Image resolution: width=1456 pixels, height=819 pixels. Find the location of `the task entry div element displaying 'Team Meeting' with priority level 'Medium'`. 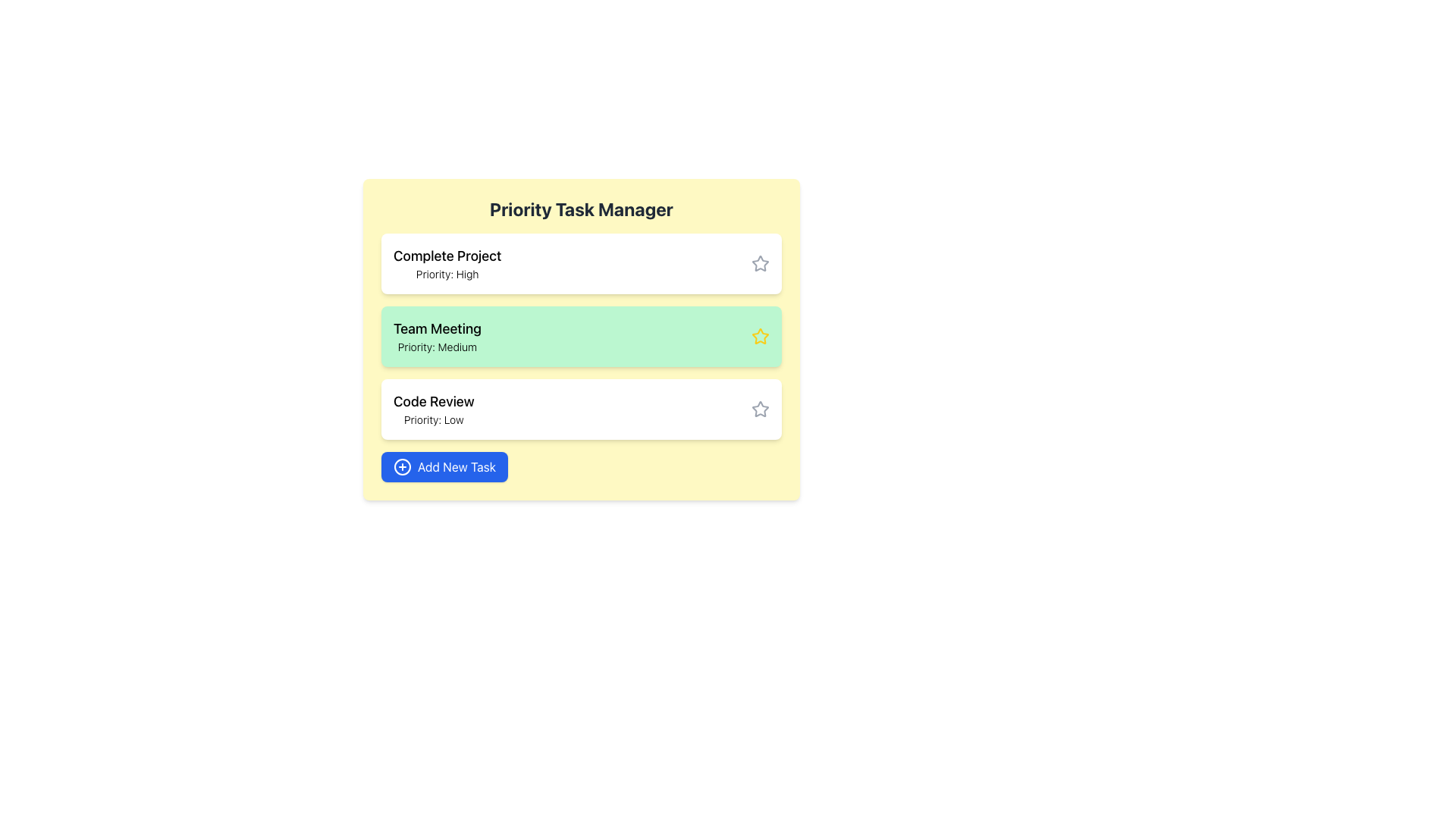

the task entry div element displaying 'Team Meeting' with priority level 'Medium' is located at coordinates (581, 335).